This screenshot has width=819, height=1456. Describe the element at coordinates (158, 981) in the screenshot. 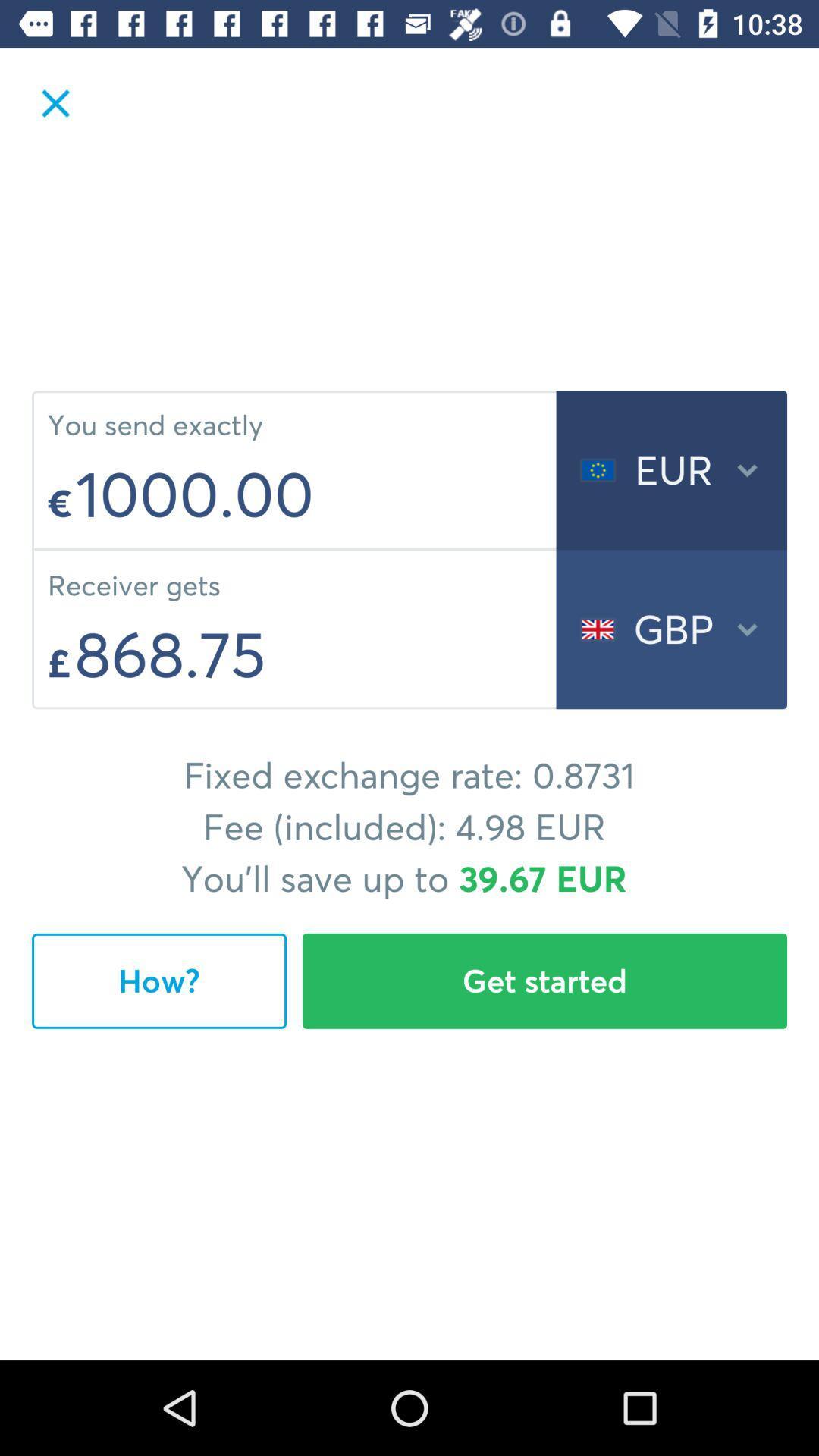

I see `the item below the fixed exchange rate icon` at that location.